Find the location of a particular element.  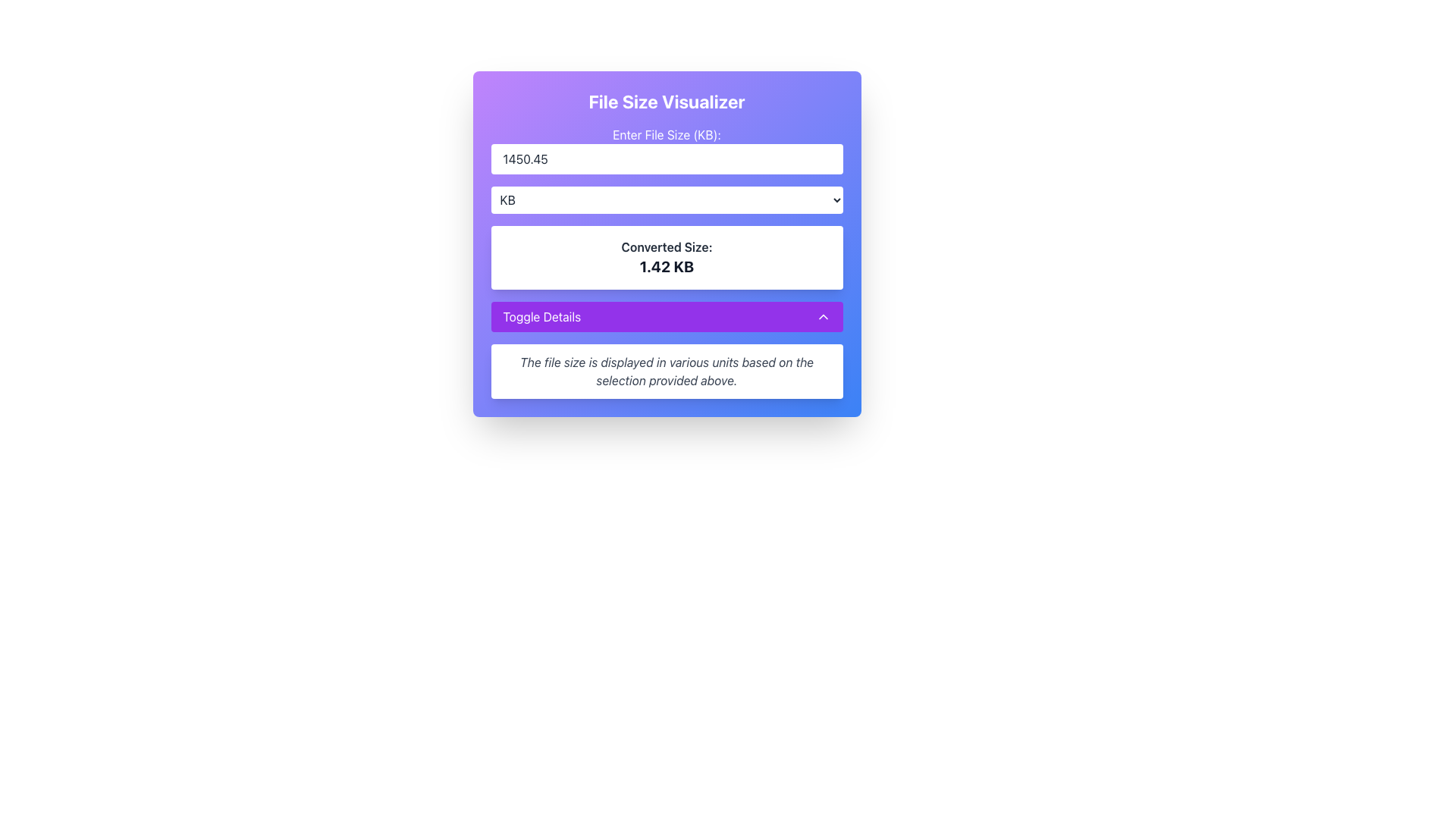

the upward-facing chevron icon located to the right of the 'Toggle Details' button is located at coordinates (822, 315).